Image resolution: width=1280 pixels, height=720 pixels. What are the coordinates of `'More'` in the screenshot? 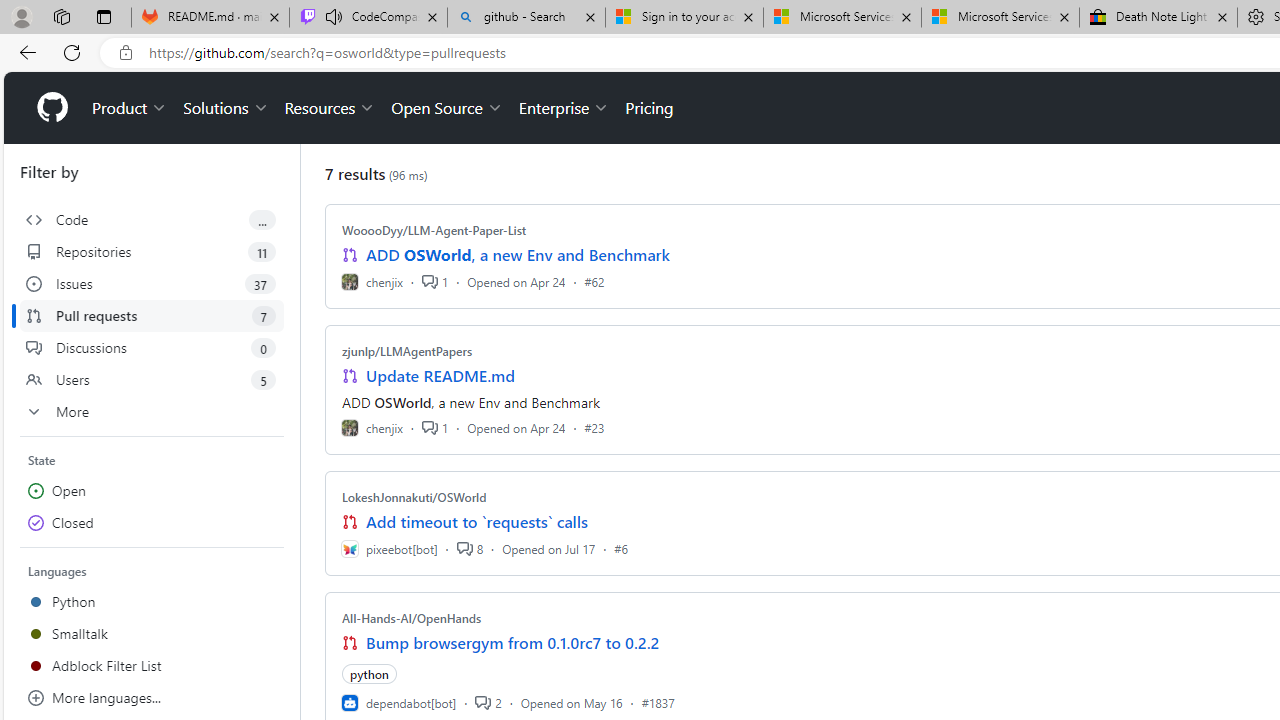 It's located at (151, 410).